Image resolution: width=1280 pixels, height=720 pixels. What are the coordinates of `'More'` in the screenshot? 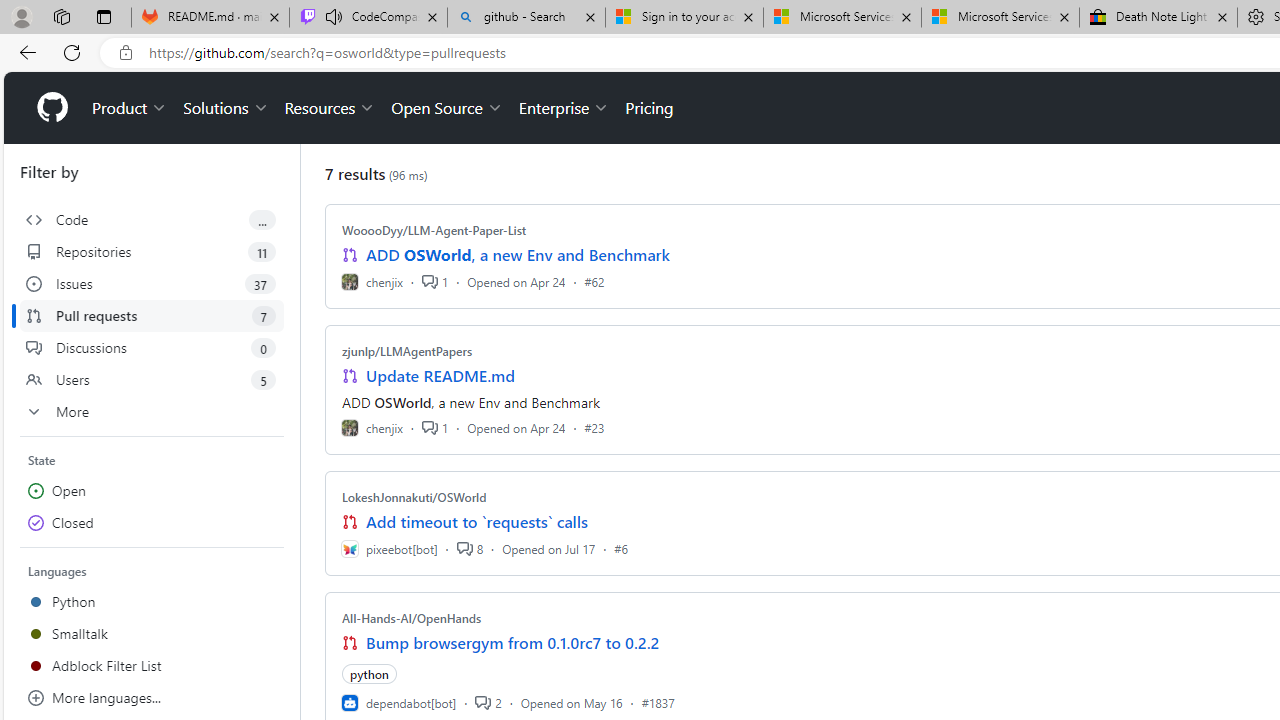 It's located at (151, 410).